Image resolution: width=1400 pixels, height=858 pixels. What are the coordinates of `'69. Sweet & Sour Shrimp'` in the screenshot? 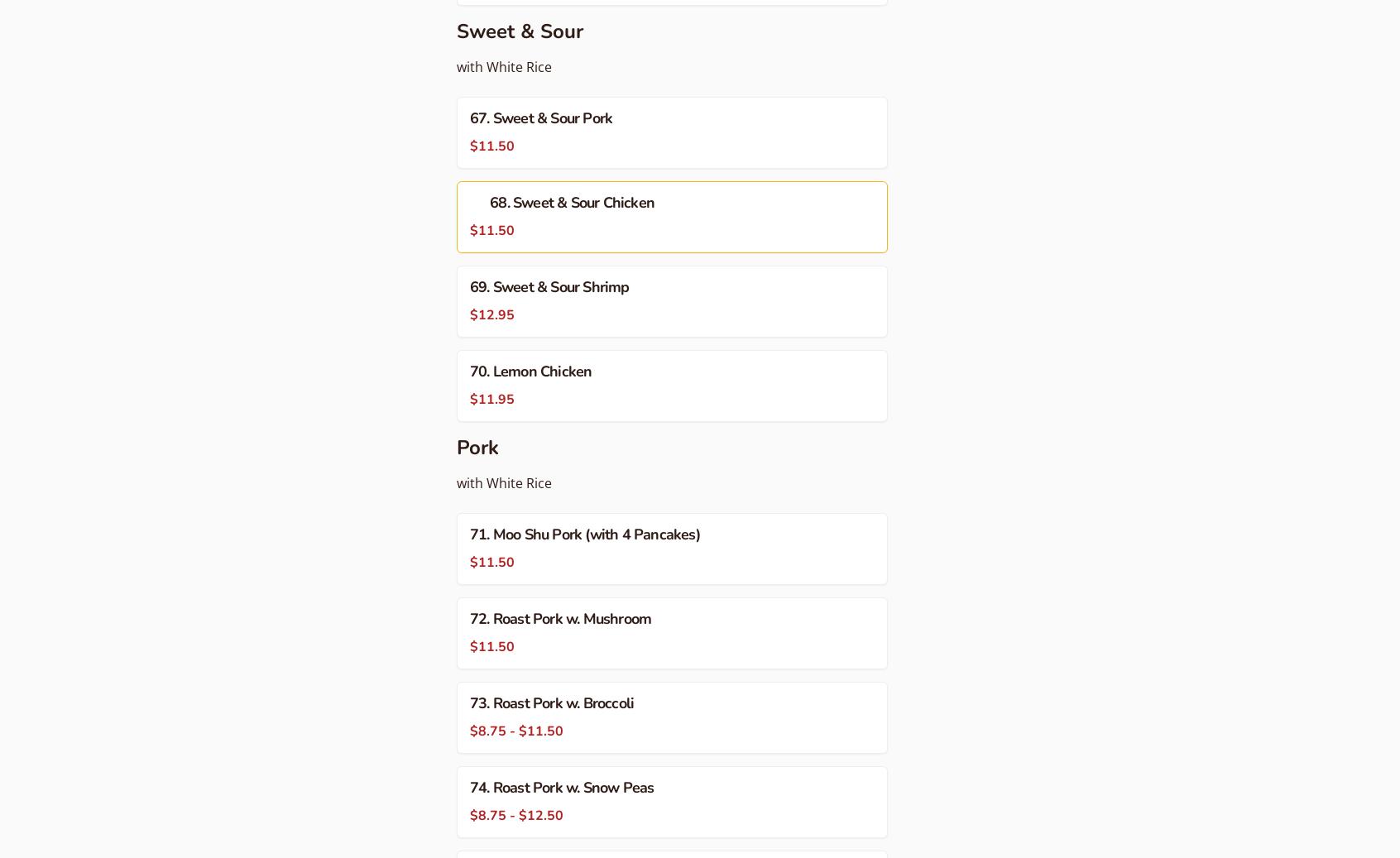 It's located at (469, 285).